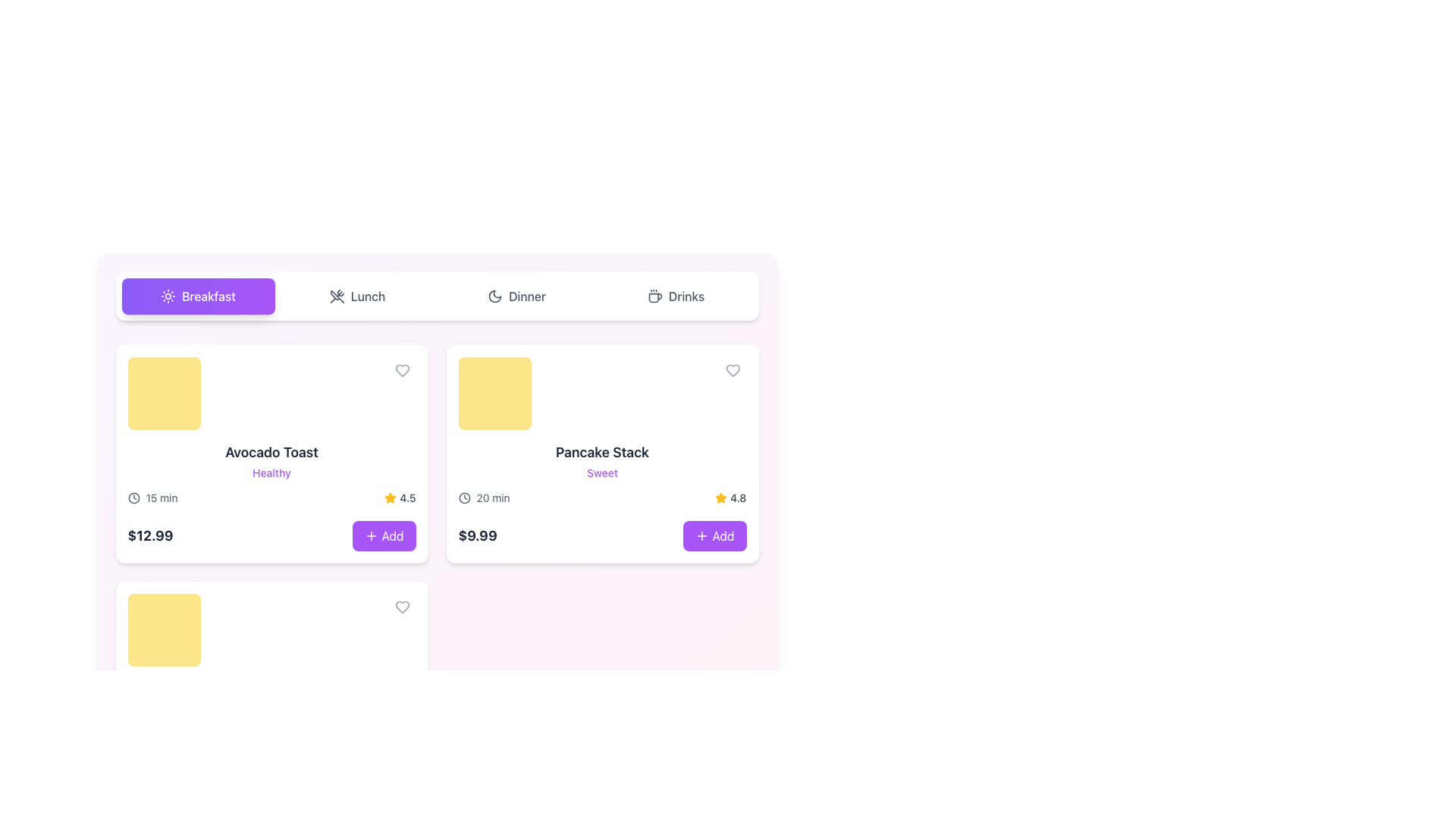 The image size is (1456, 819). I want to click on the 'Dinner' text label in the navigation bar, which is styled in gray and positioned to the right of a crescent moon icon, so click(527, 296).